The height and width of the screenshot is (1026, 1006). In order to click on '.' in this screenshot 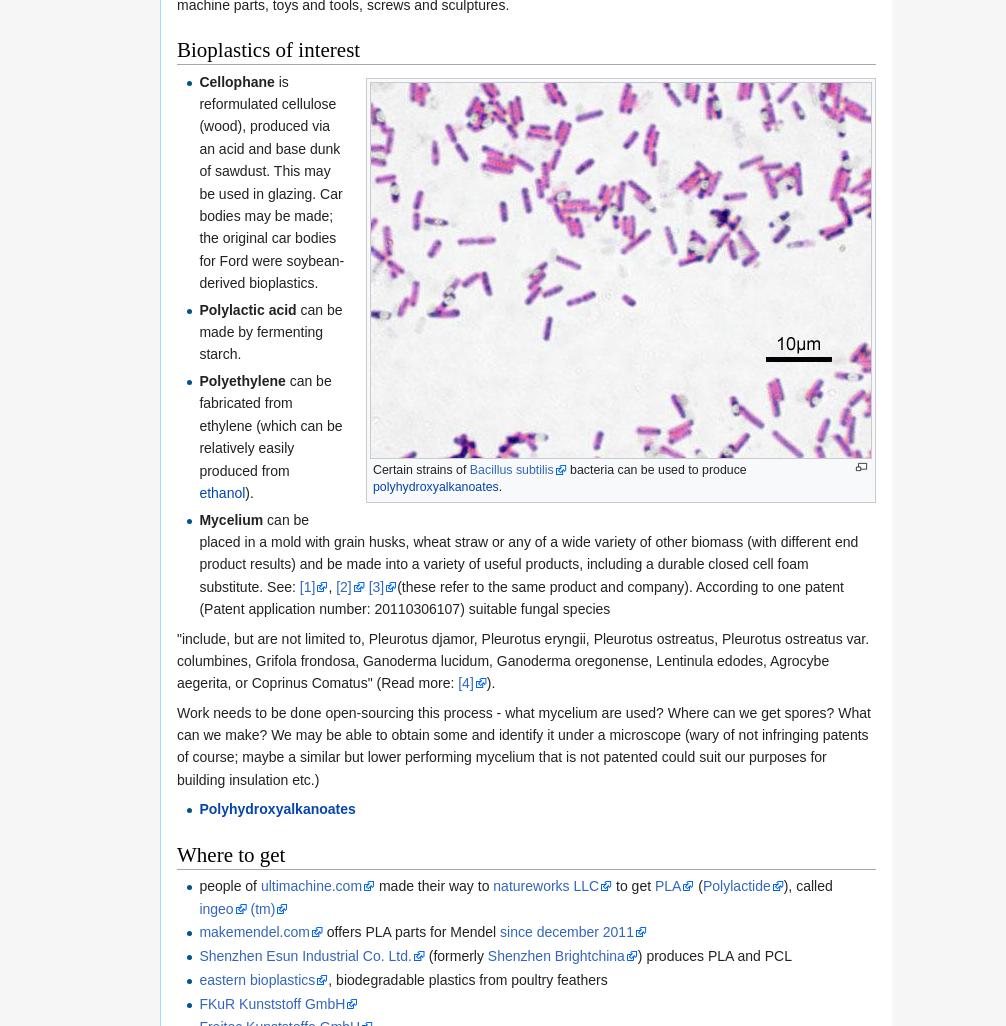, I will do `click(498, 485)`.